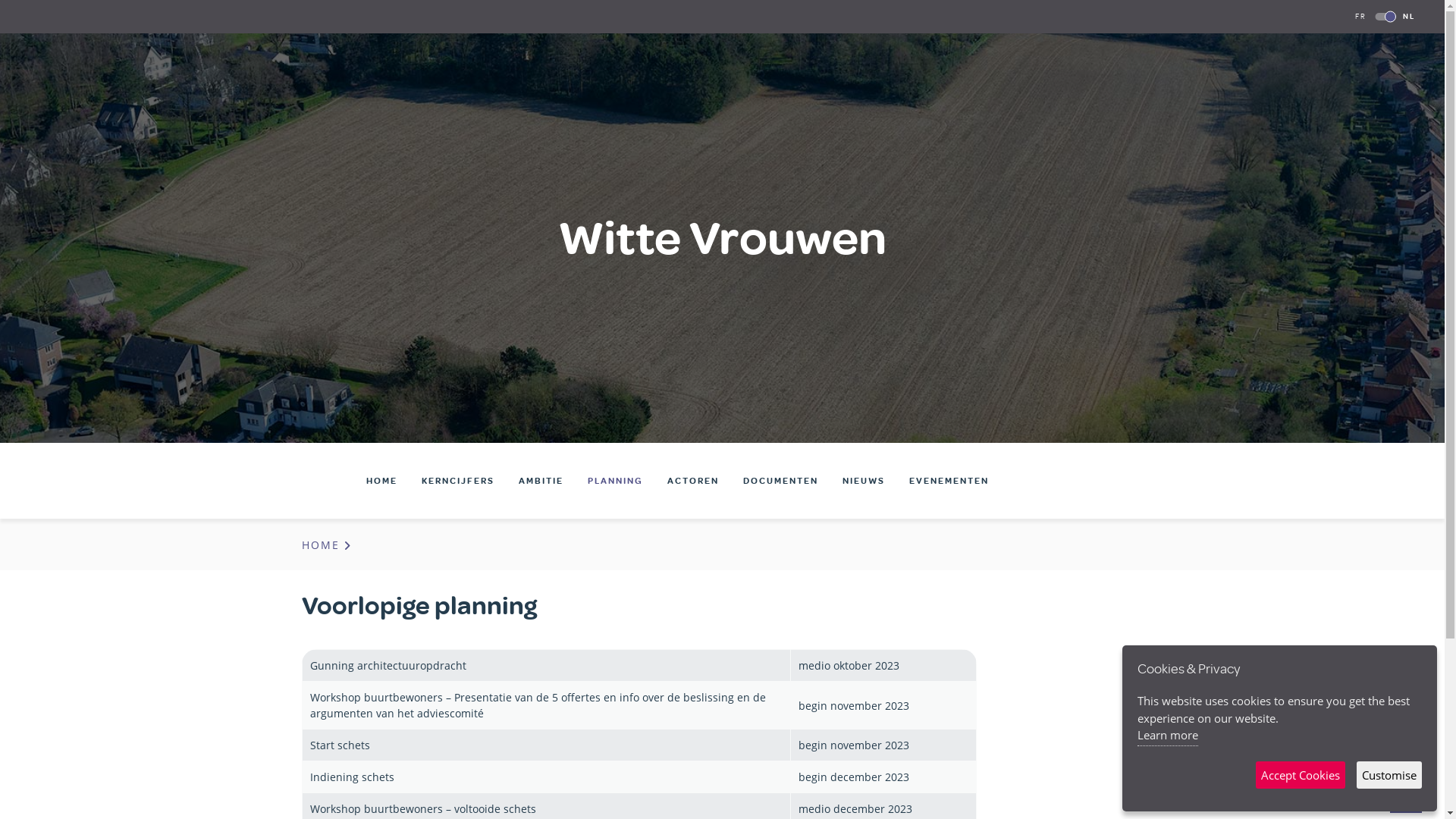 The height and width of the screenshot is (819, 1456). I want to click on 'Learn more', so click(1137, 736).